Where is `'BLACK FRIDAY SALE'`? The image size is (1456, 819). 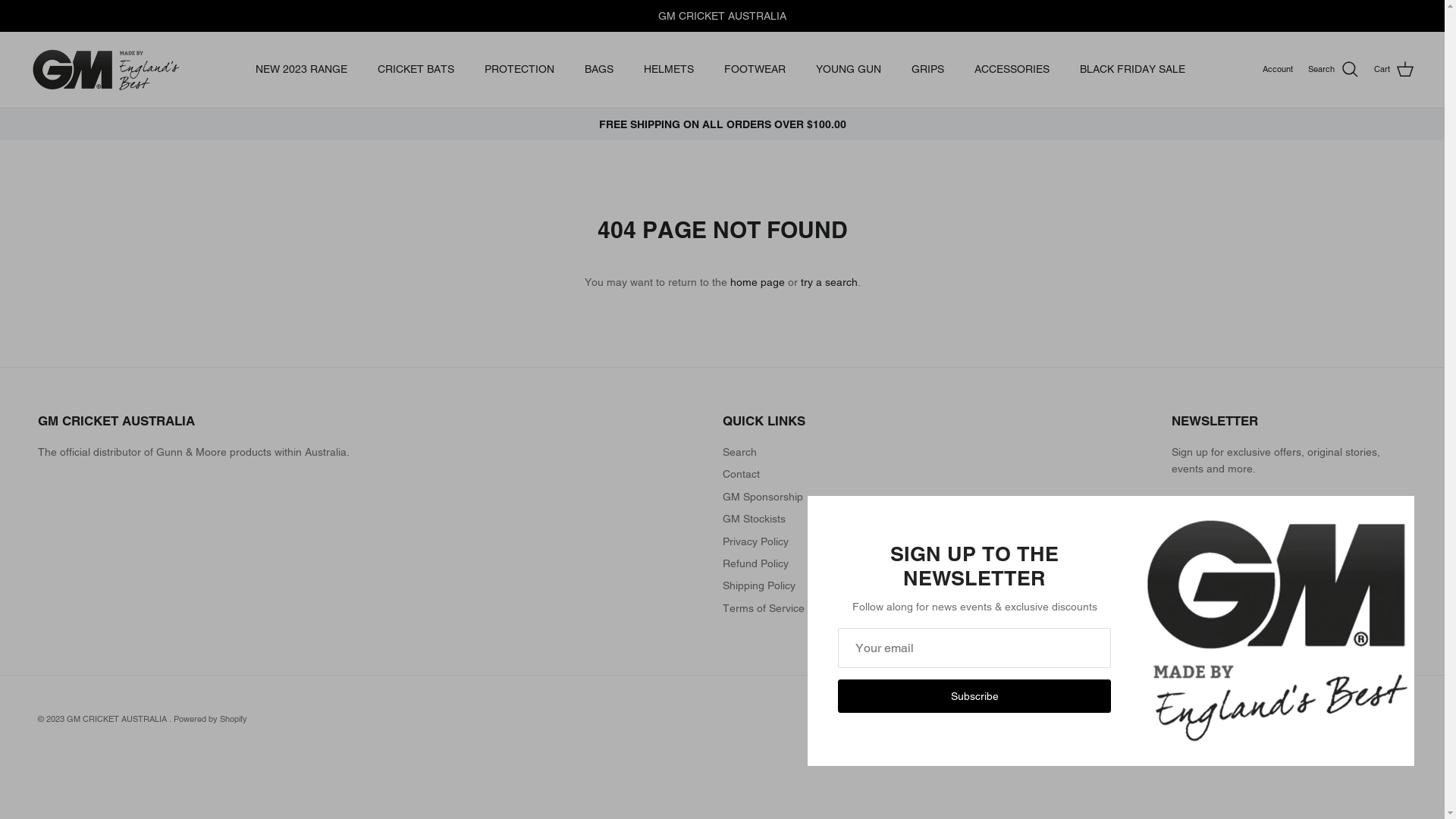
'BLACK FRIDAY SALE' is located at coordinates (1132, 69).